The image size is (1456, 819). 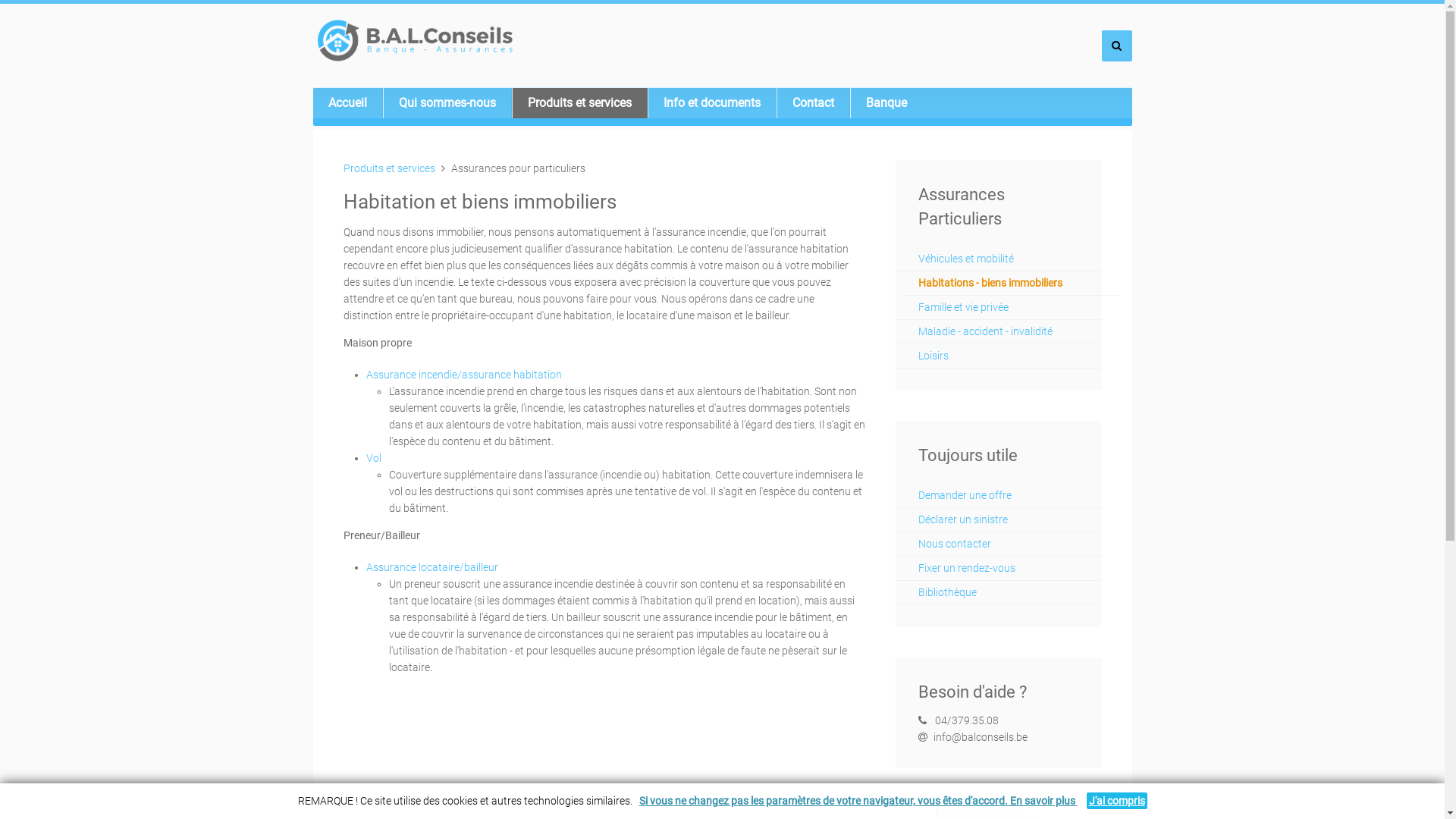 I want to click on 'Assurance incendie/assurance habitation', so click(x=462, y=374).